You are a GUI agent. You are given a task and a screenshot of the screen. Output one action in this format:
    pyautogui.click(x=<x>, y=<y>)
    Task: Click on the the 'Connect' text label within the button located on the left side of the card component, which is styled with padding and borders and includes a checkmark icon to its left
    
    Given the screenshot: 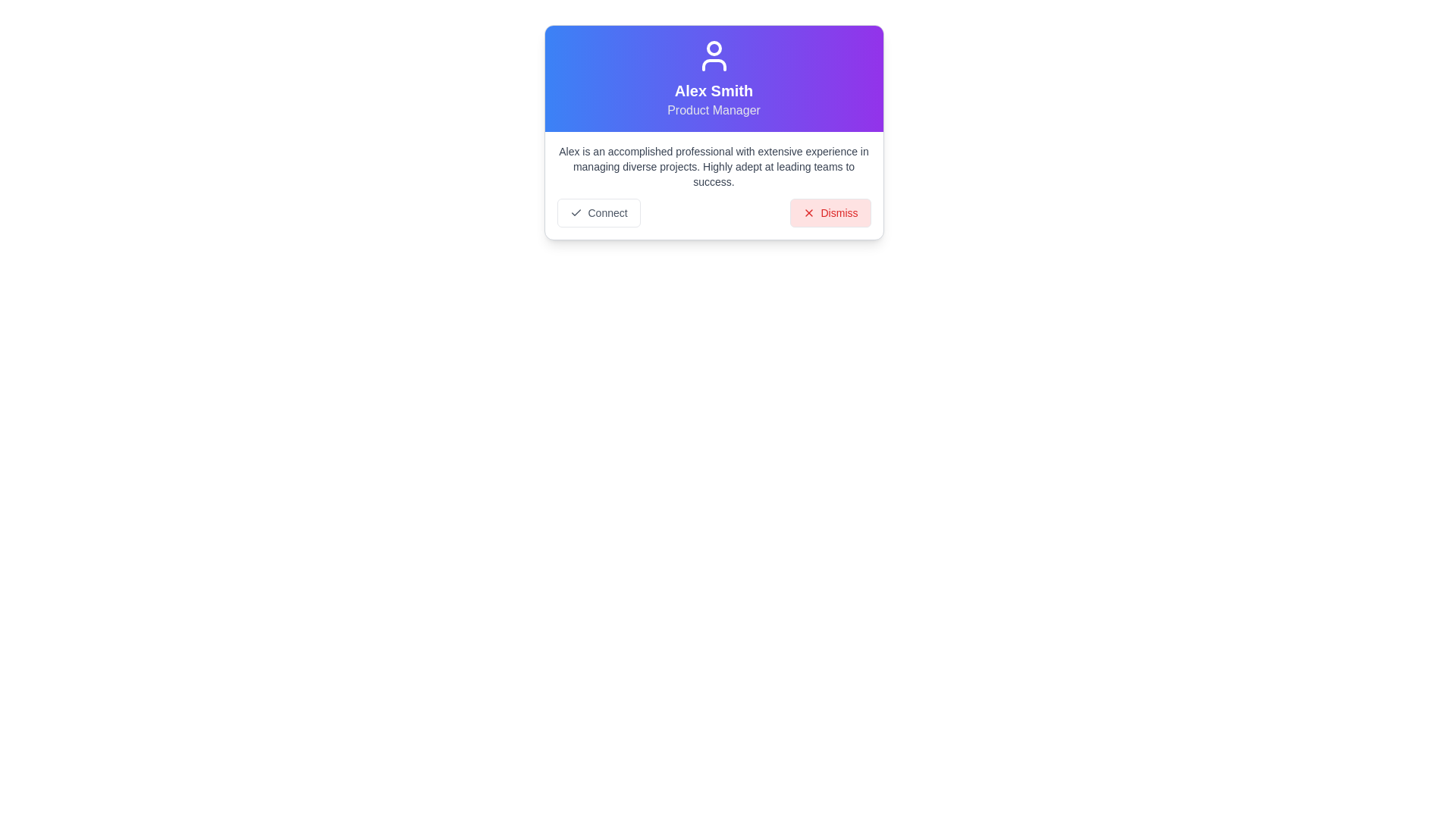 What is the action you would take?
    pyautogui.click(x=607, y=213)
    